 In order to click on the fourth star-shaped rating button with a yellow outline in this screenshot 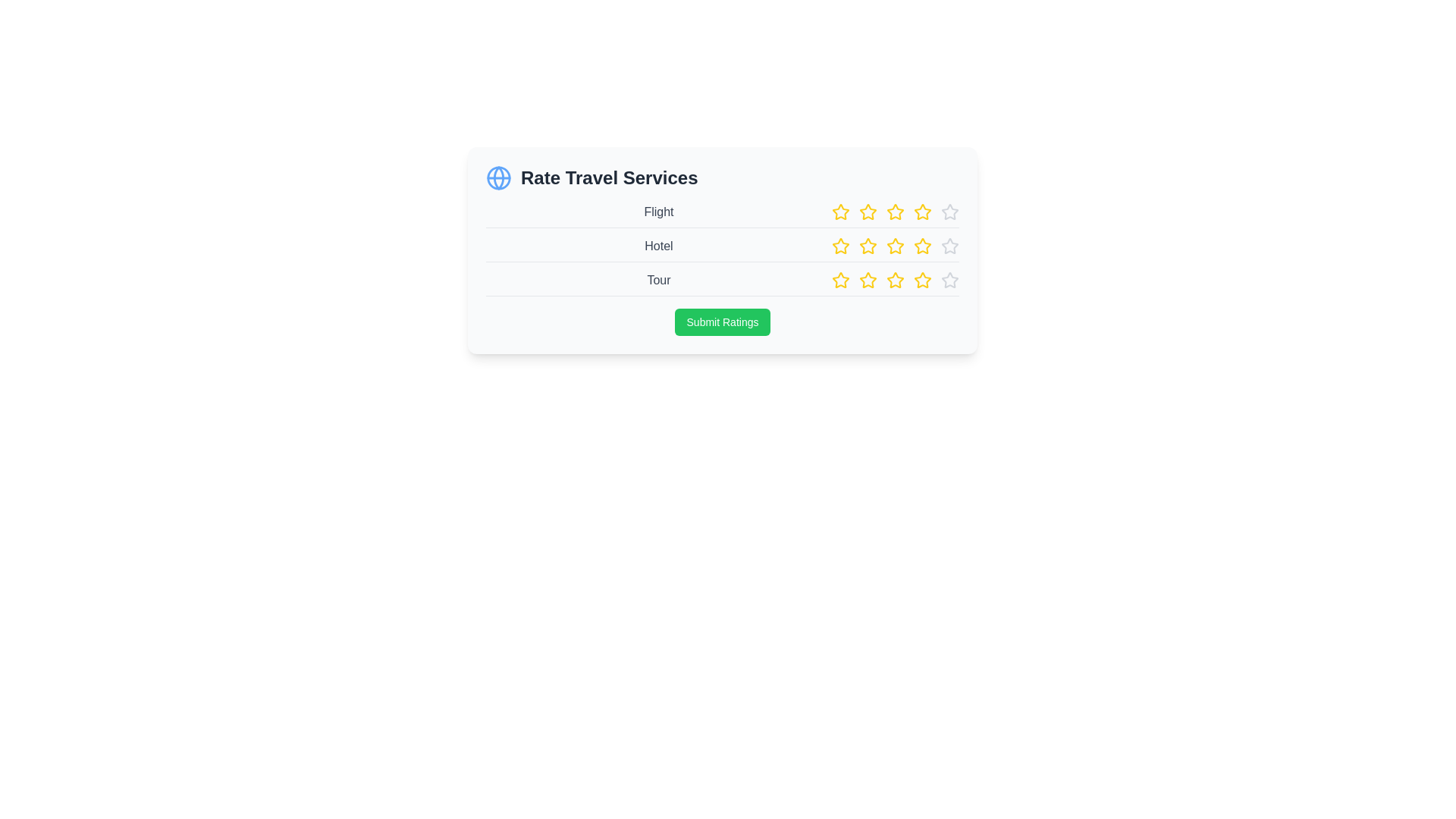, I will do `click(921, 245)`.